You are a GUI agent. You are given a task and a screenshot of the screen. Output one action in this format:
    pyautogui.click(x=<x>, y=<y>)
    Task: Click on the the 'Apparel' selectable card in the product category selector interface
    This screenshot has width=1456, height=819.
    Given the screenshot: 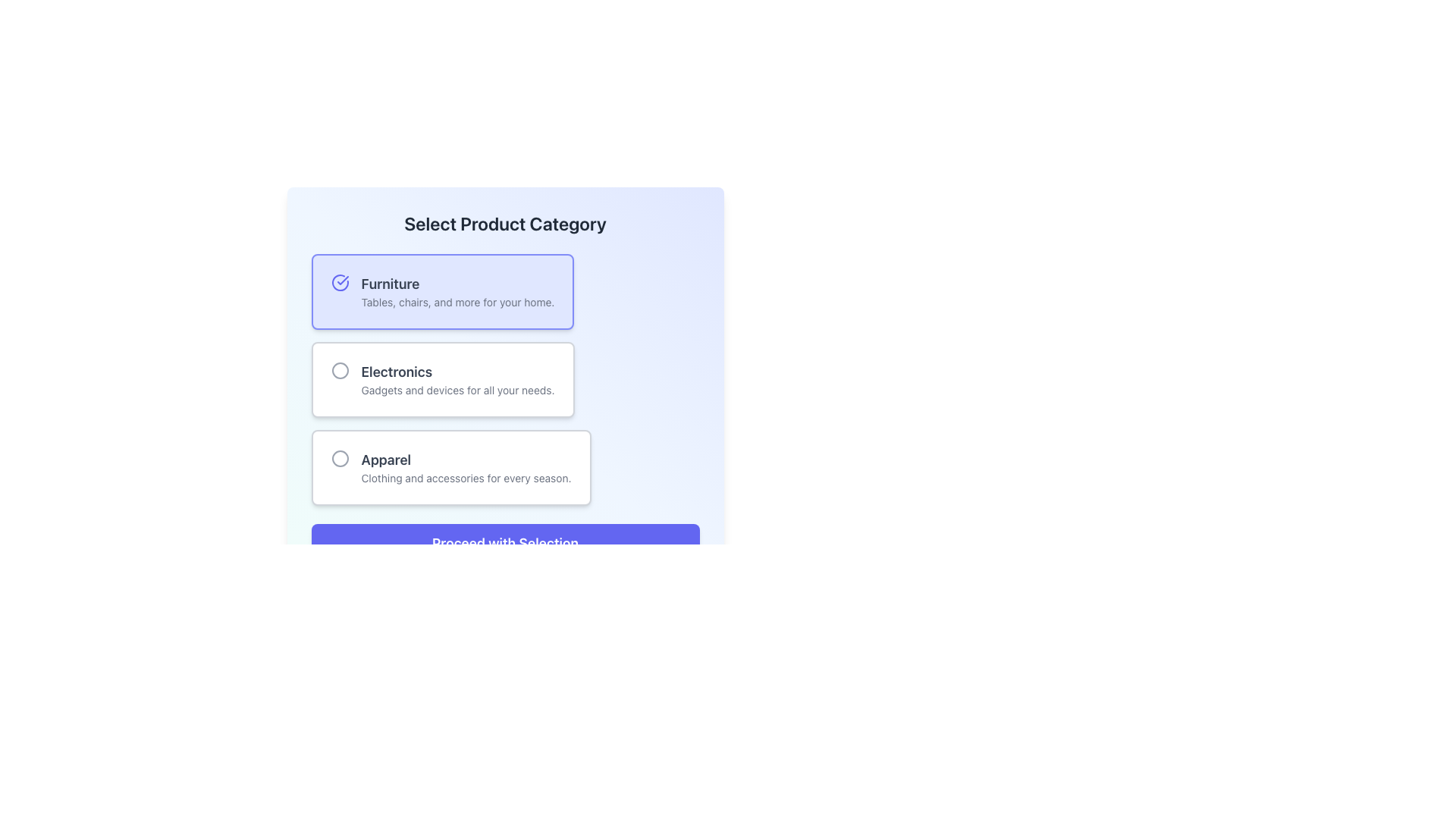 What is the action you would take?
    pyautogui.click(x=465, y=467)
    